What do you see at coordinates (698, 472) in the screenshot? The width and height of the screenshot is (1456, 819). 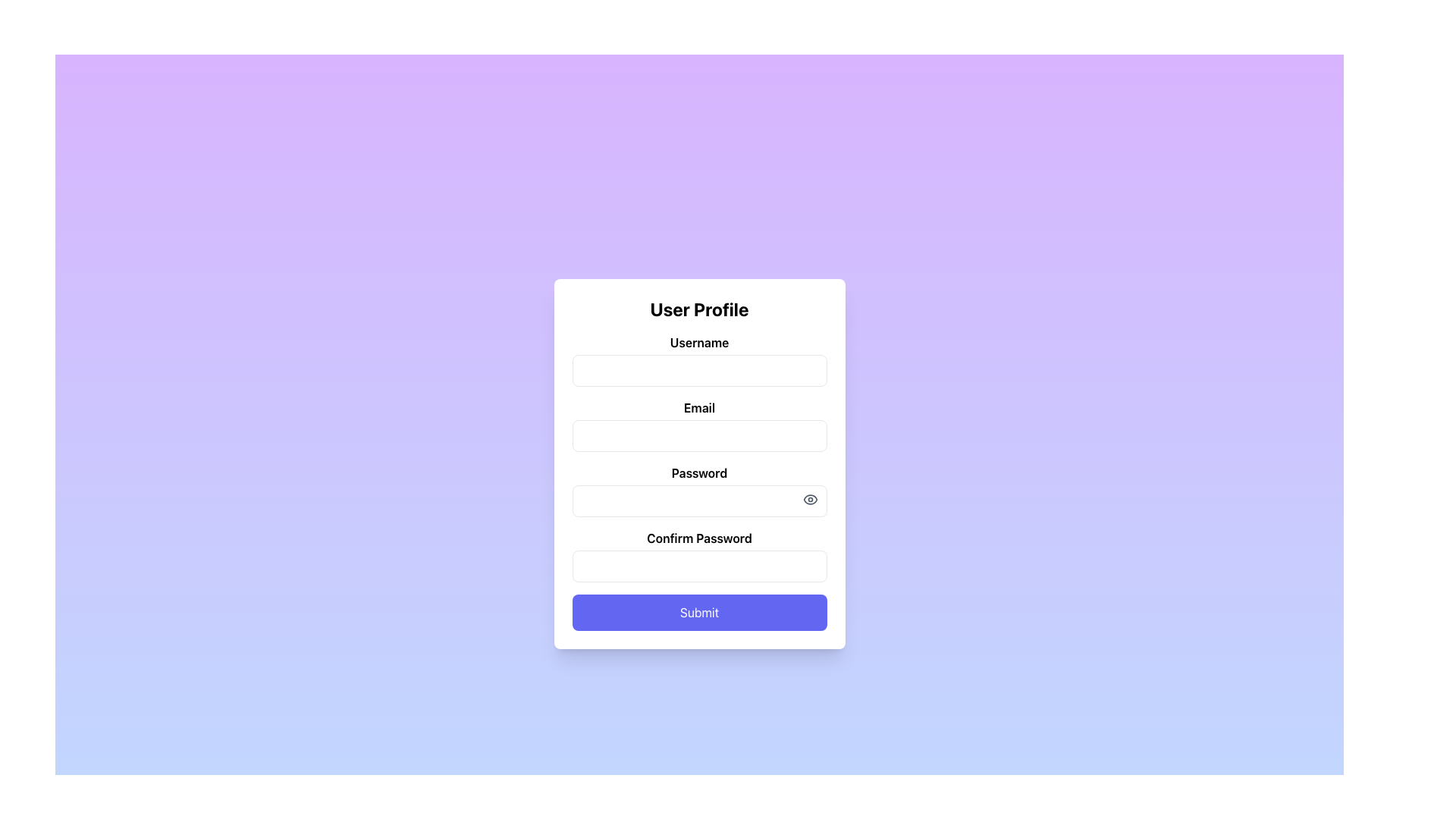 I see `the text label indicating the password input field, which is positioned above the password entry box in the form, located between the 'Email' and 'Confirm Password' fields` at bounding box center [698, 472].